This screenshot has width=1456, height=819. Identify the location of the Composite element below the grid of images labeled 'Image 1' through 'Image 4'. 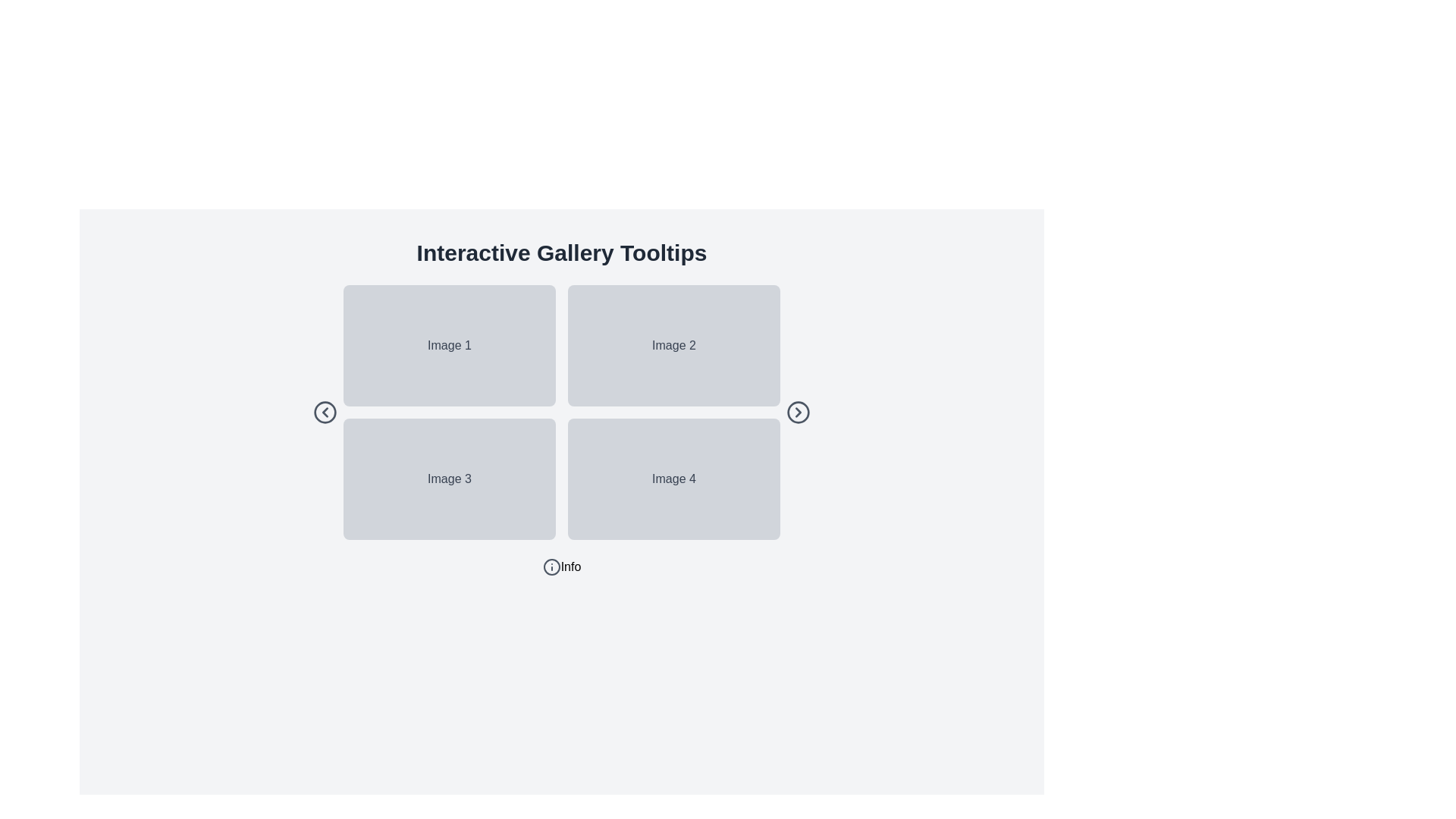
(560, 567).